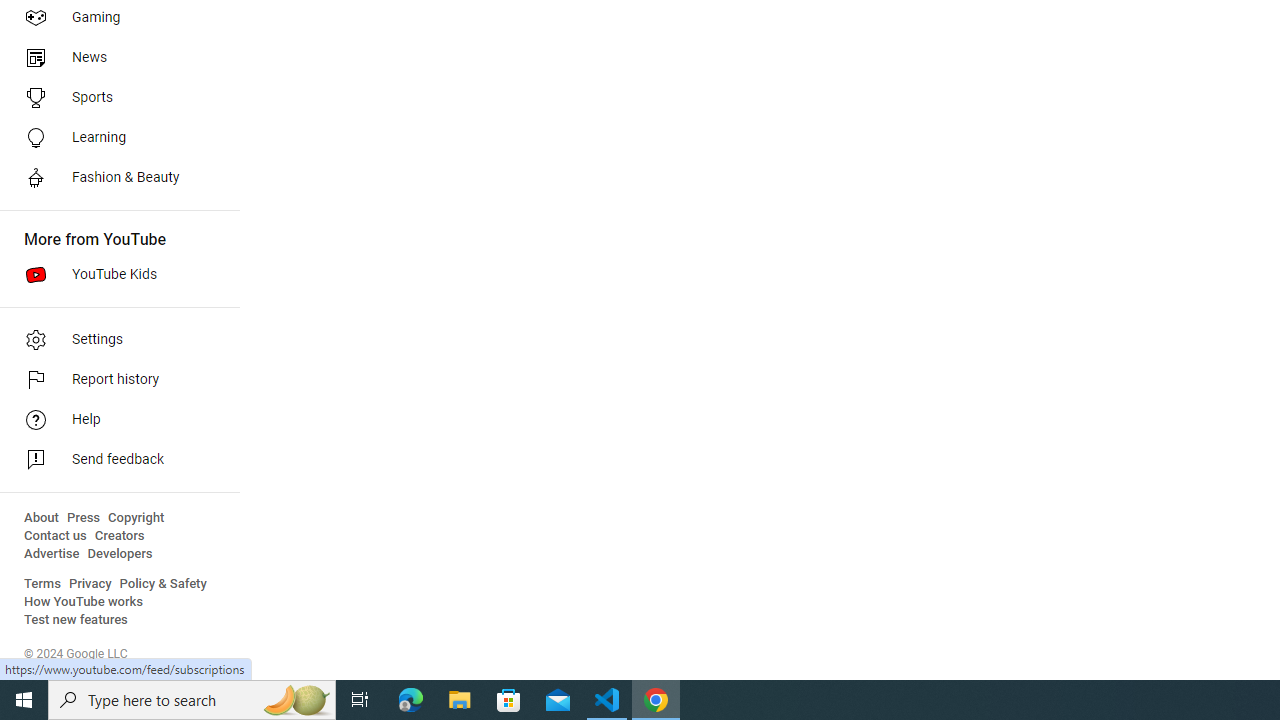 This screenshot has width=1280, height=720. Describe the element at coordinates (118, 535) in the screenshot. I see `'Creators'` at that location.